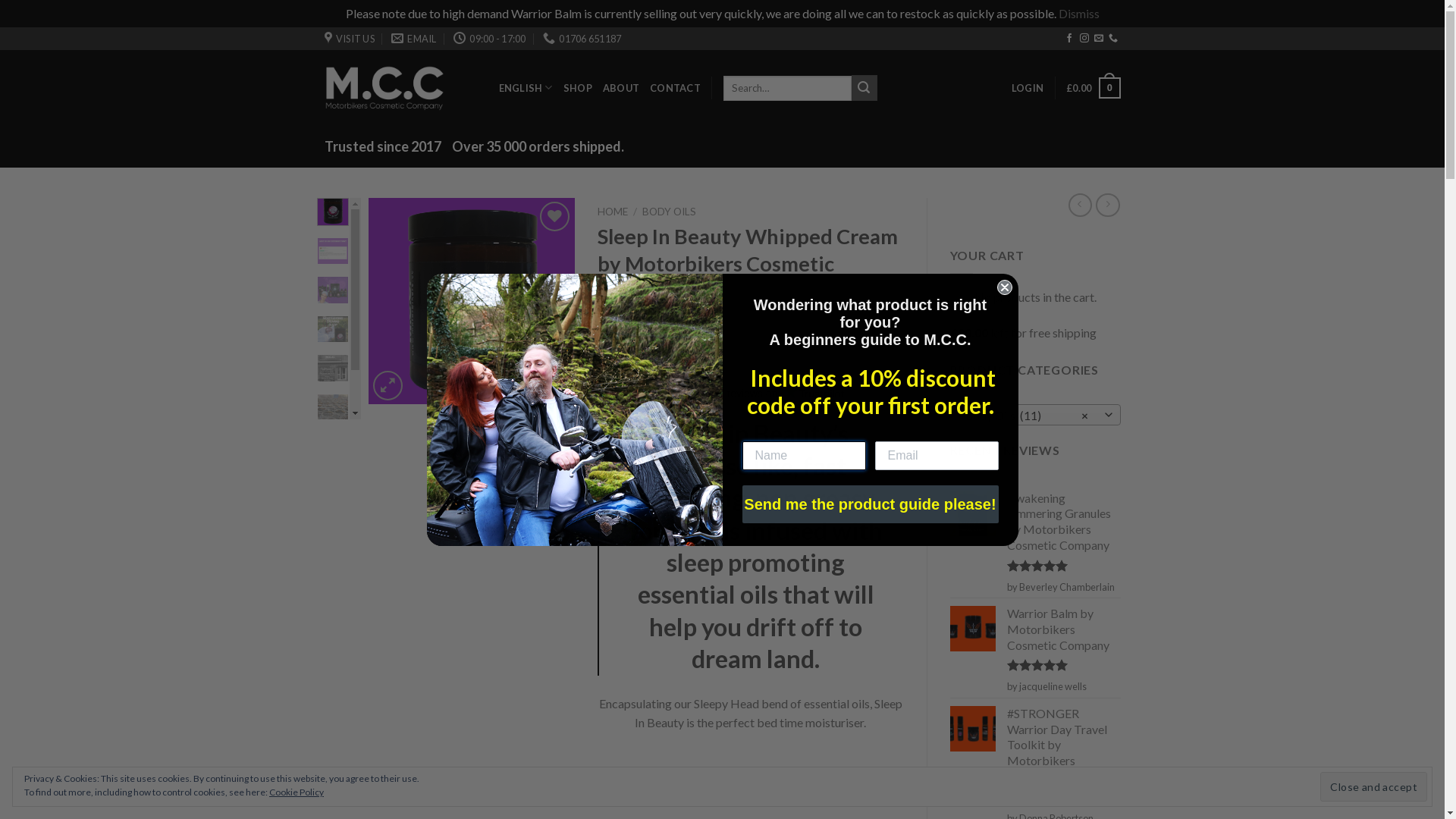 The image size is (1456, 819). What do you see at coordinates (1027, 87) in the screenshot?
I see `'LOGIN'` at bounding box center [1027, 87].